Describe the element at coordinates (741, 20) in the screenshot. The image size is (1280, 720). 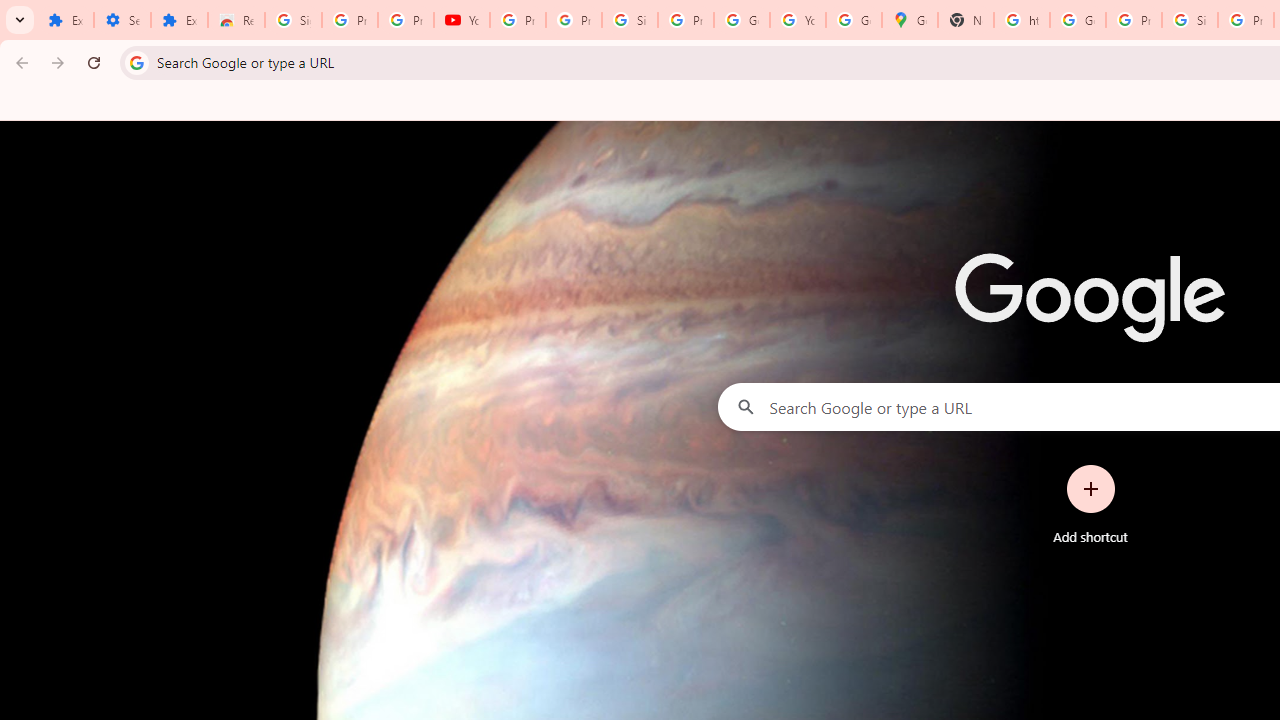
I see `'Google Account'` at that location.